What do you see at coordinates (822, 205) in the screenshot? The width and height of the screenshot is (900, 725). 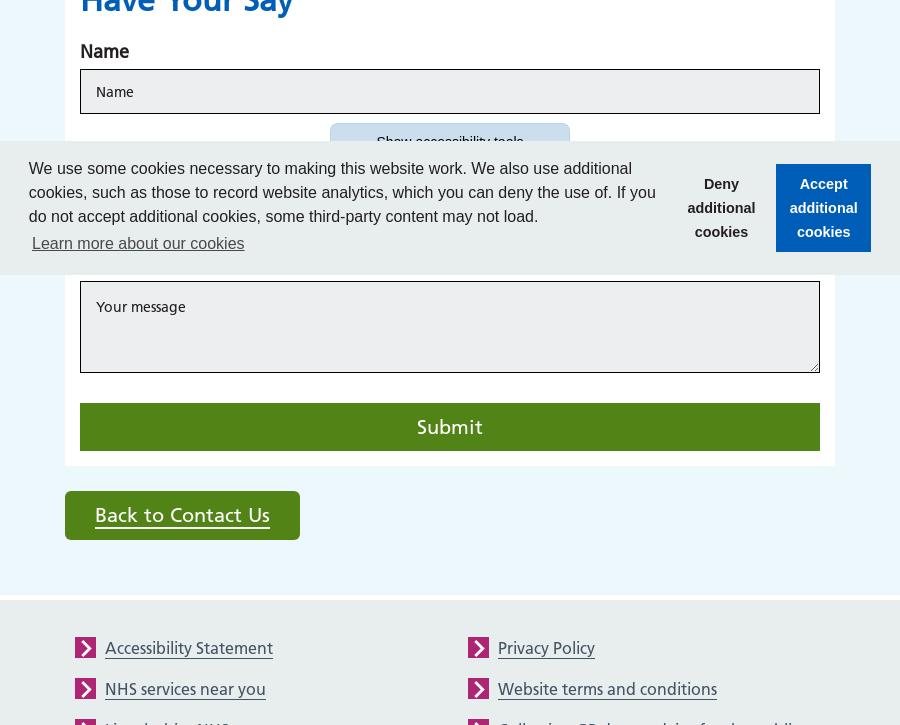 I see `'Accept additional cookies'` at bounding box center [822, 205].